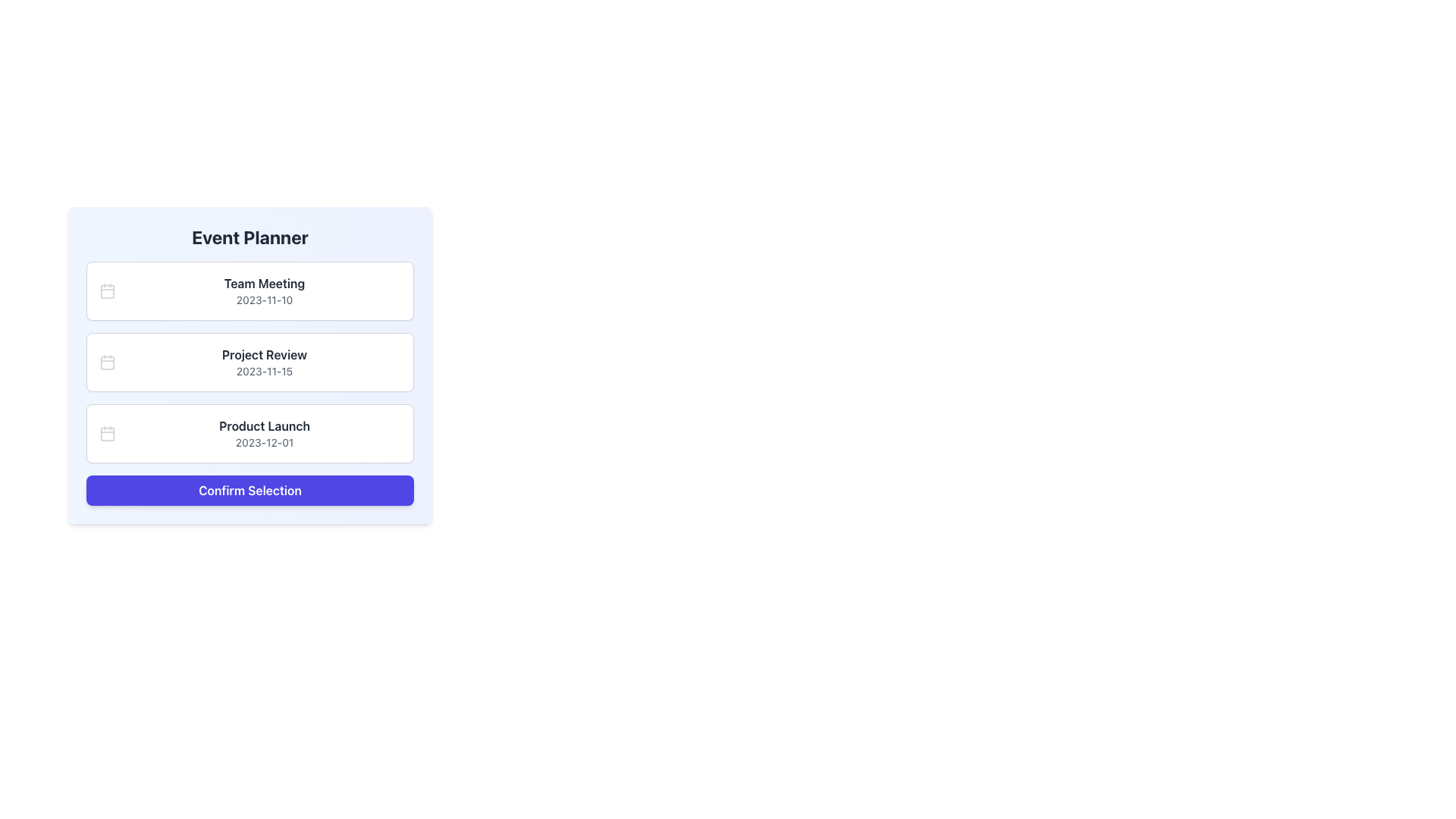  I want to click on the informational text label indicating the date '2023-11-15' of the 'Project Review' event, which is positioned directly below the bold title 'Project Review', so click(265, 371).